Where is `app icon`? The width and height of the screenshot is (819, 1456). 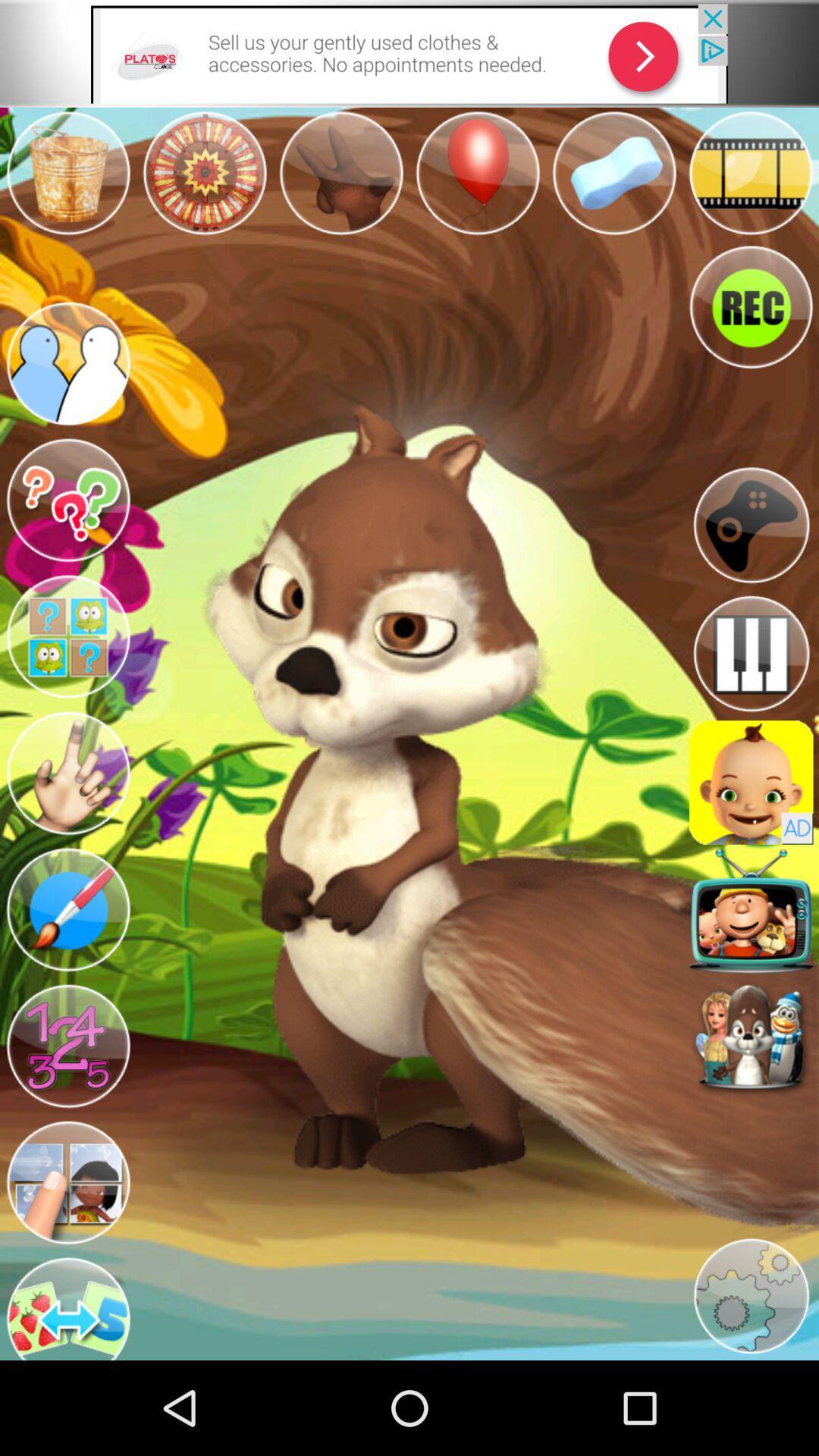
app icon is located at coordinates (751, 783).